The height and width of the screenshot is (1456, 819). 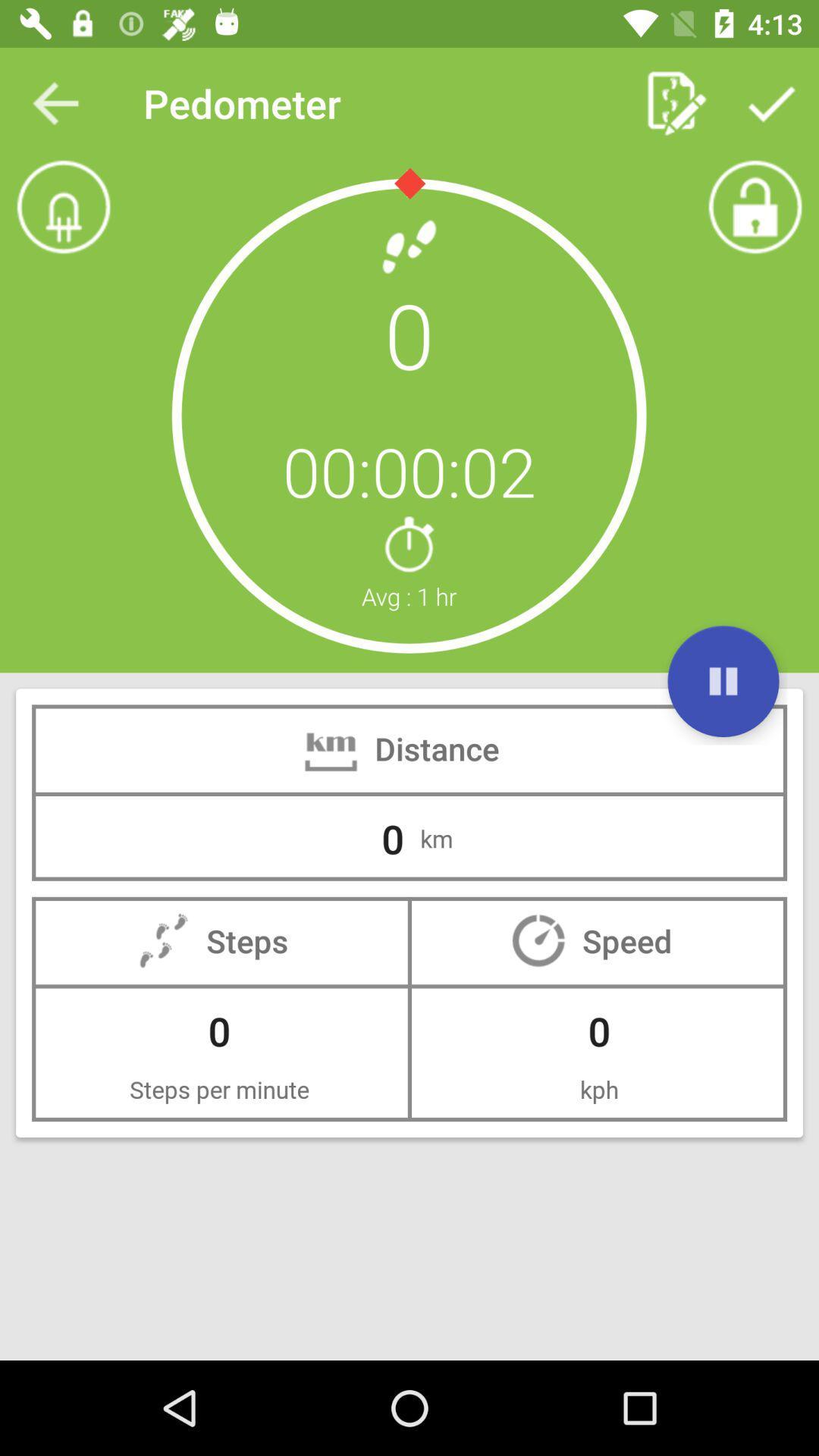 I want to click on icon next to pedometer item, so click(x=55, y=102).